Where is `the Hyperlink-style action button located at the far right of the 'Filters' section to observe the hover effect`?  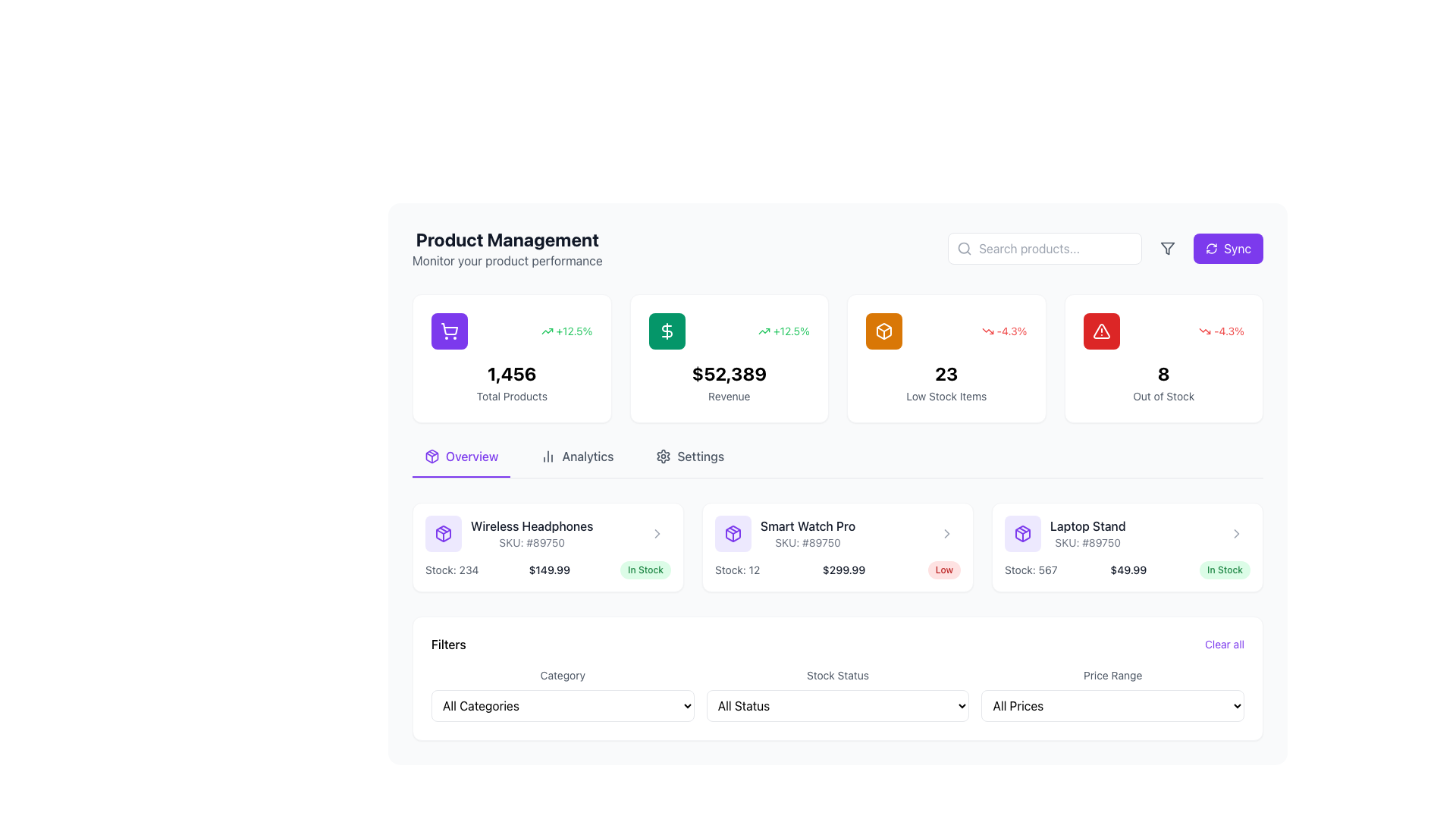
the Hyperlink-style action button located at the far right of the 'Filters' section to observe the hover effect is located at coordinates (1224, 644).